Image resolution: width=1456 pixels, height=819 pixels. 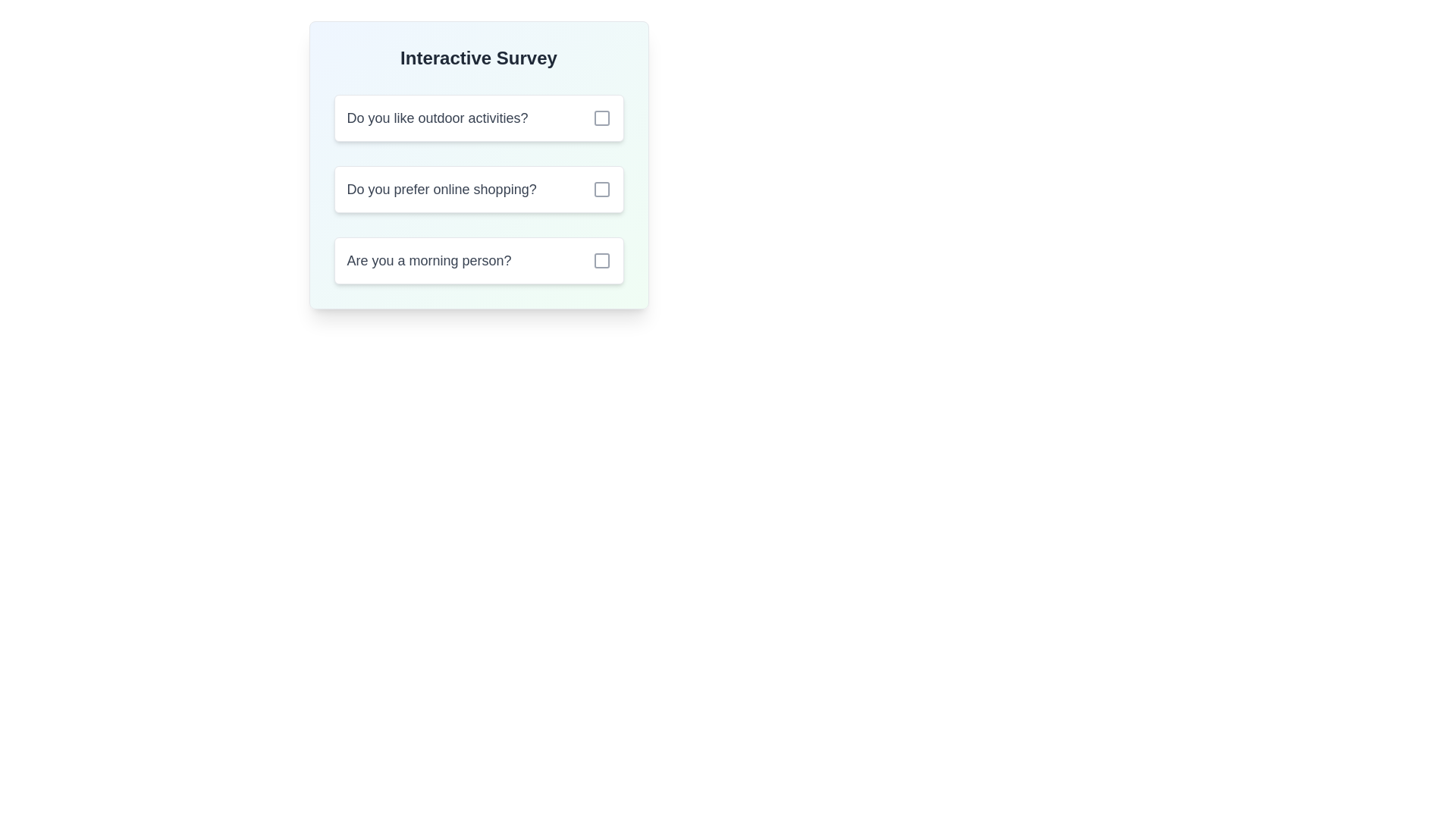 What do you see at coordinates (441, 189) in the screenshot?
I see `text element that says 'Do you prefer online shopping?' which is the second option in a survey list` at bounding box center [441, 189].